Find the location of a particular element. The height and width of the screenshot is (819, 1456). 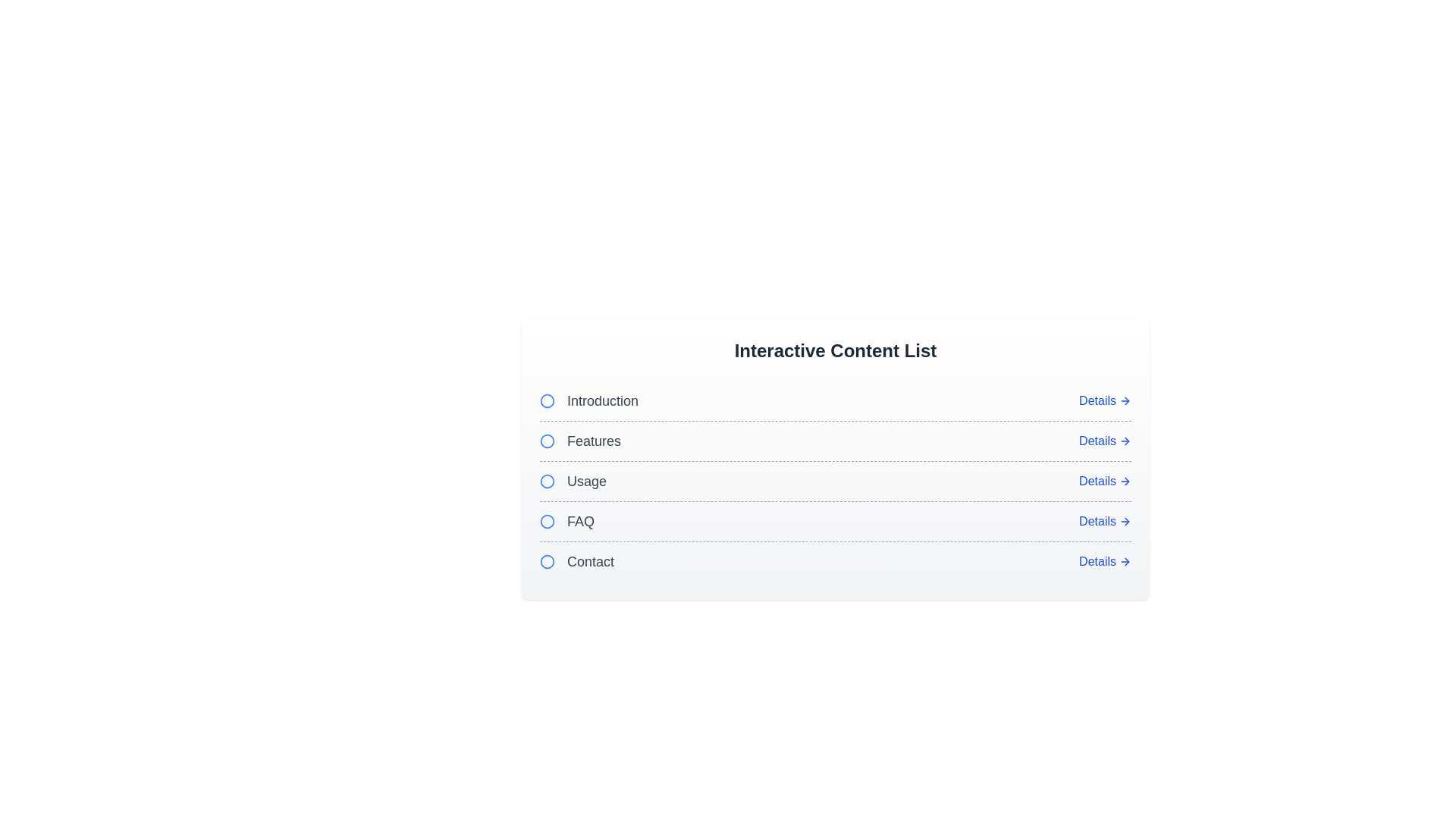

the arrow icon located at the far right of the 'FAQ' row, which indicates navigation to additional details is located at coordinates (1127, 520).